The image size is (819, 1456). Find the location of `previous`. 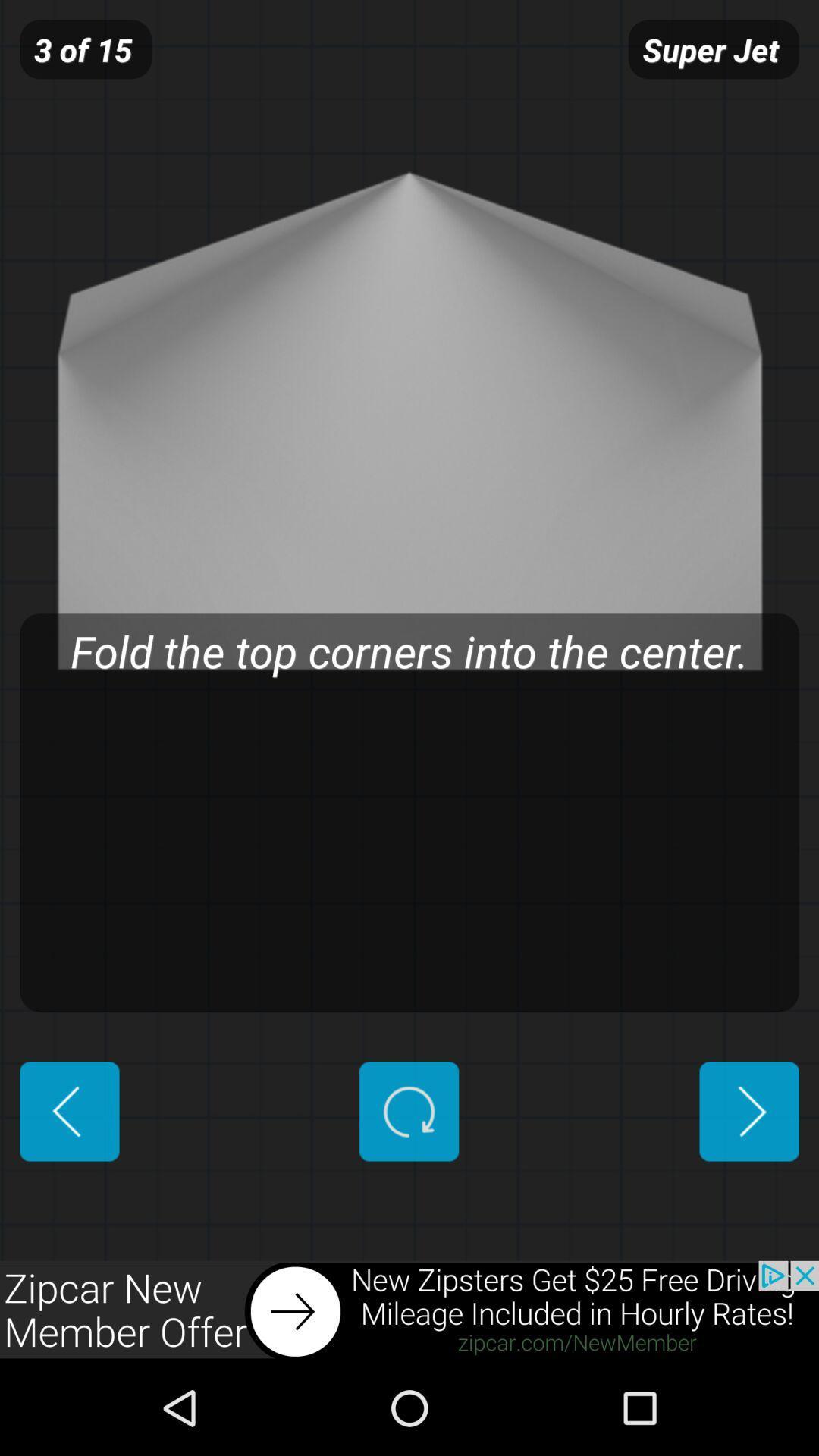

previous is located at coordinates (69, 1111).